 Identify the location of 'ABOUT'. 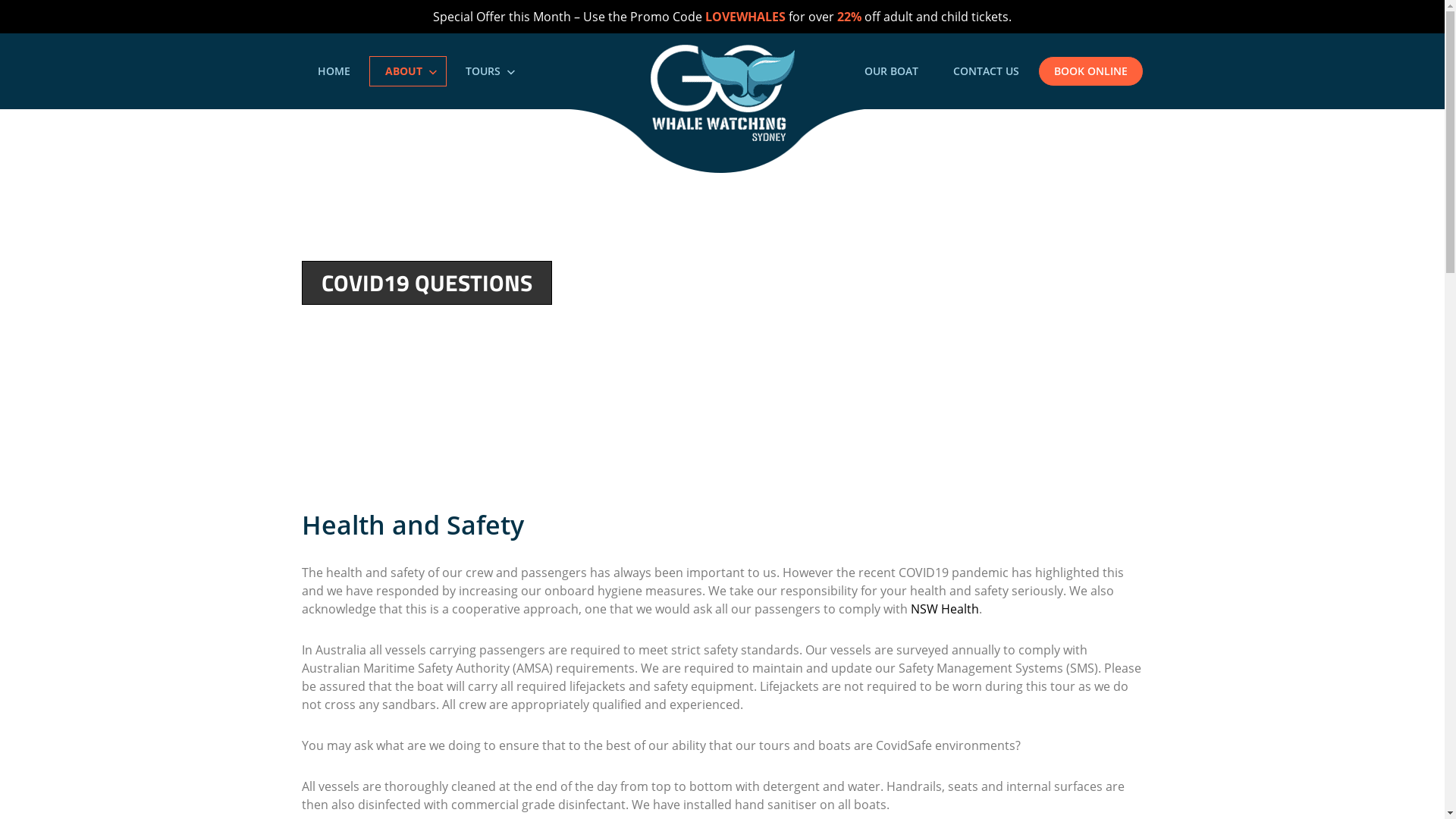
(407, 71).